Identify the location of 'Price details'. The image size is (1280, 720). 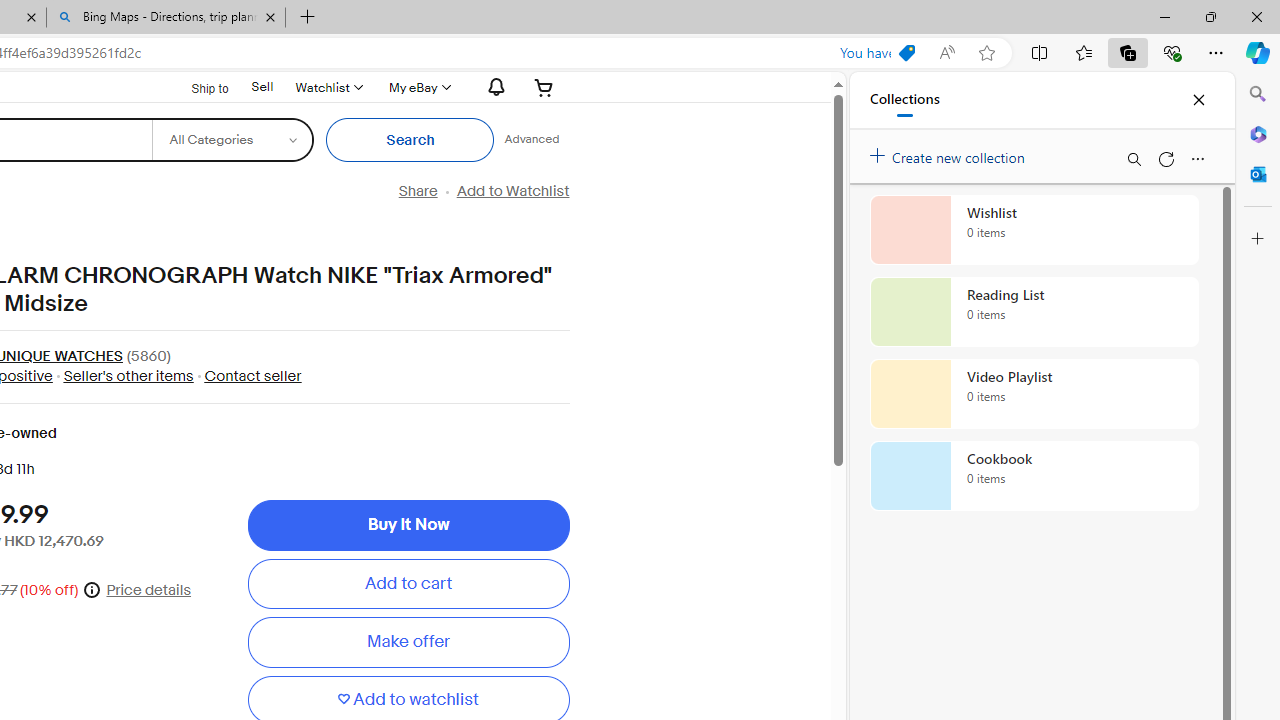
(148, 589).